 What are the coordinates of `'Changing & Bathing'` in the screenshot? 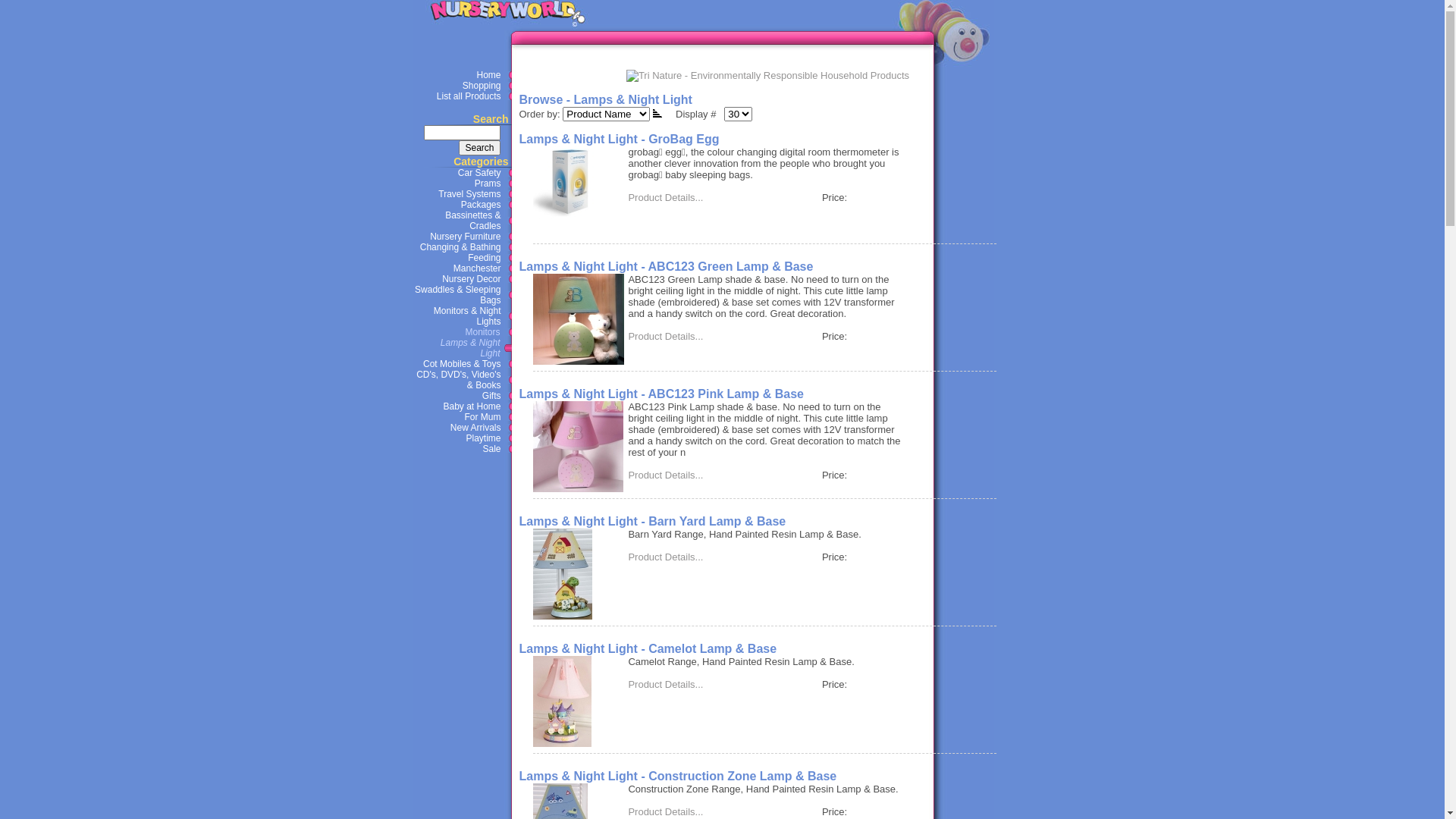 It's located at (461, 246).